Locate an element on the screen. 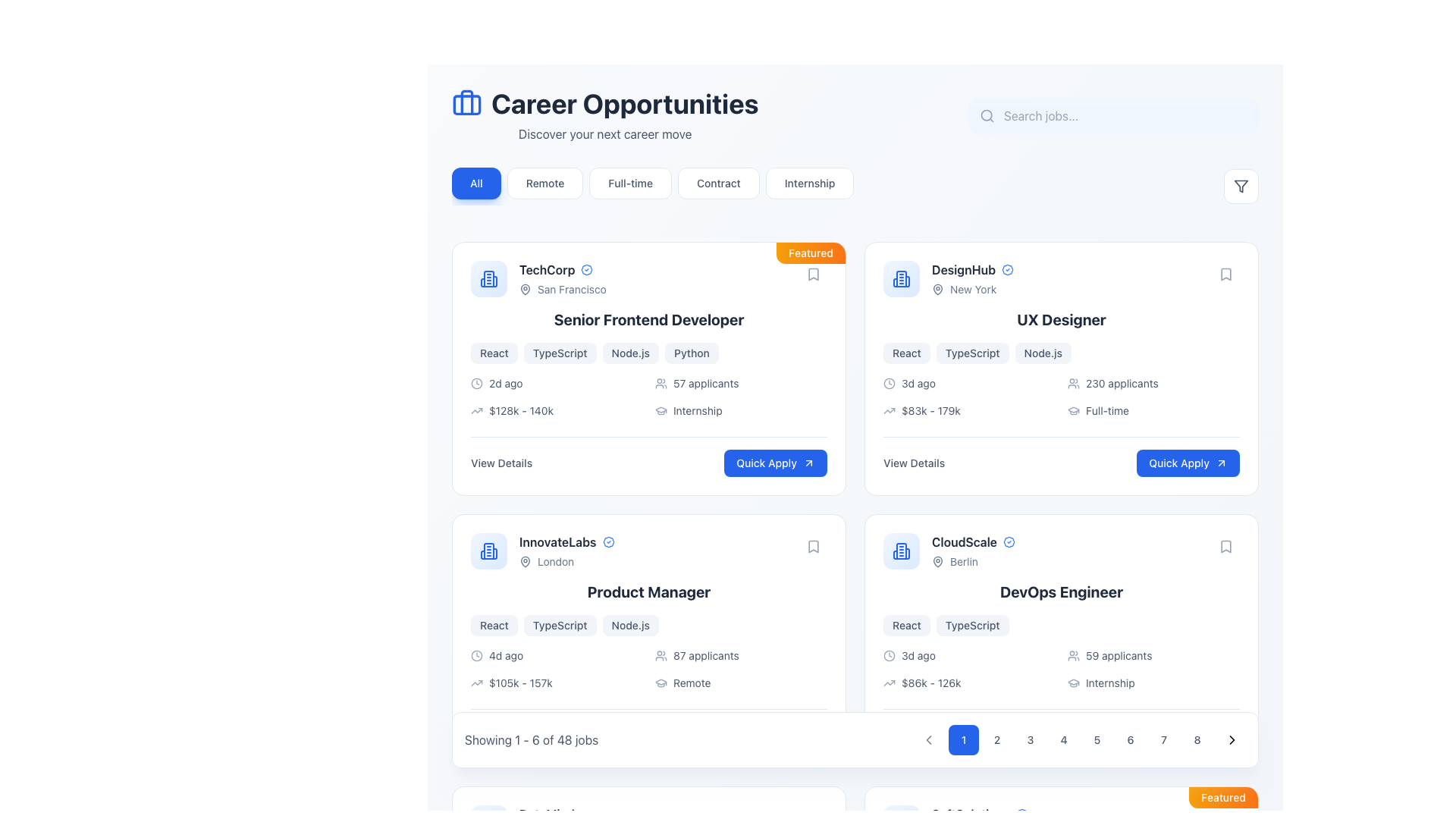  the icon resembling a group of people, located to the left of the '230 applicants' text in the job information section for 'UX Designer' at 'DesignHub' in New York is located at coordinates (1073, 382).